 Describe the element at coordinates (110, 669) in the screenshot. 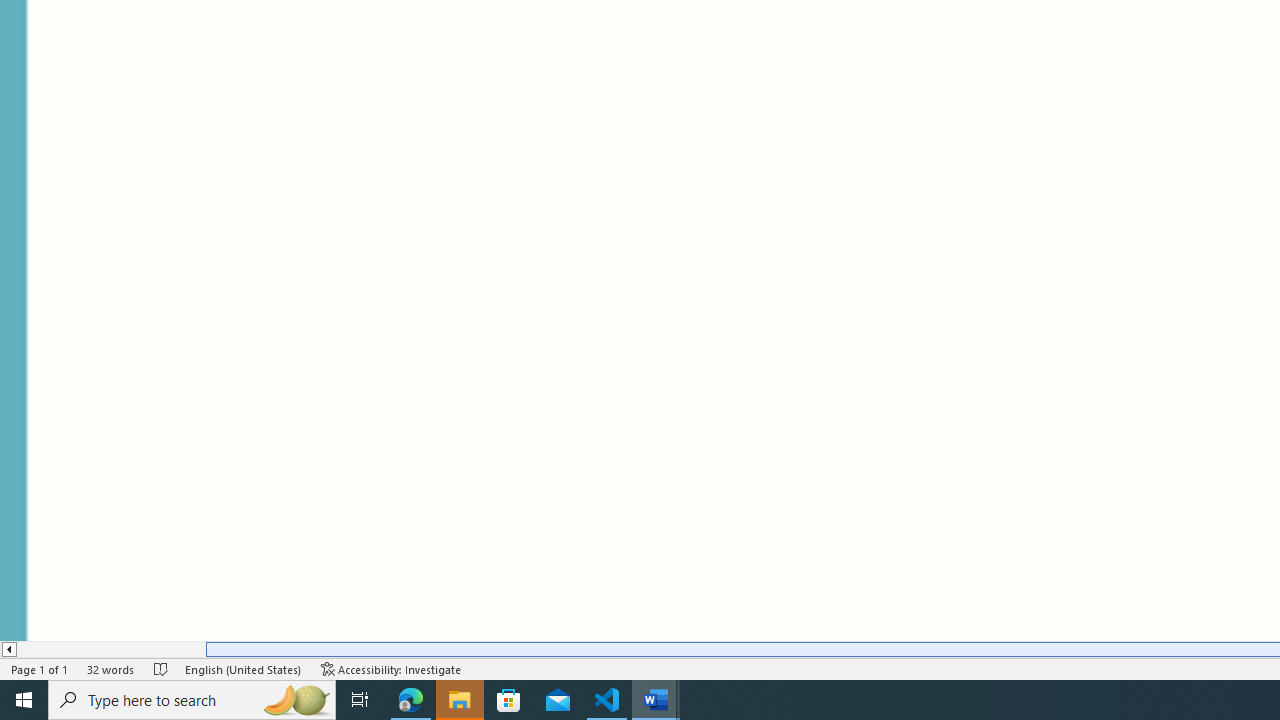

I see `'Word Count 32 words'` at that location.